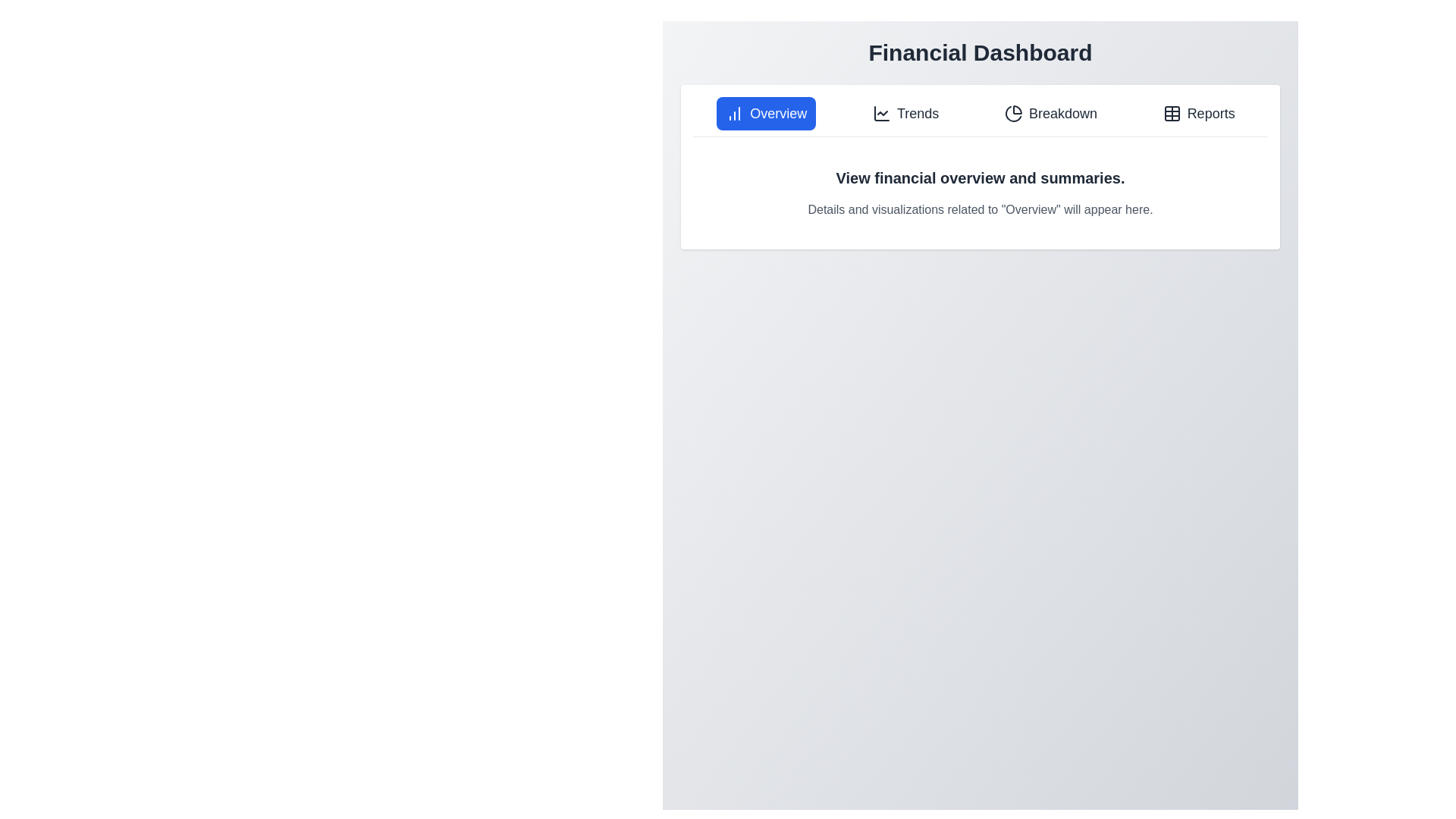 The width and height of the screenshot is (1456, 819). What do you see at coordinates (1197, 113) in the screenshot?
I see `the Reports tab to view its content` at bounding box center [1197, 113].